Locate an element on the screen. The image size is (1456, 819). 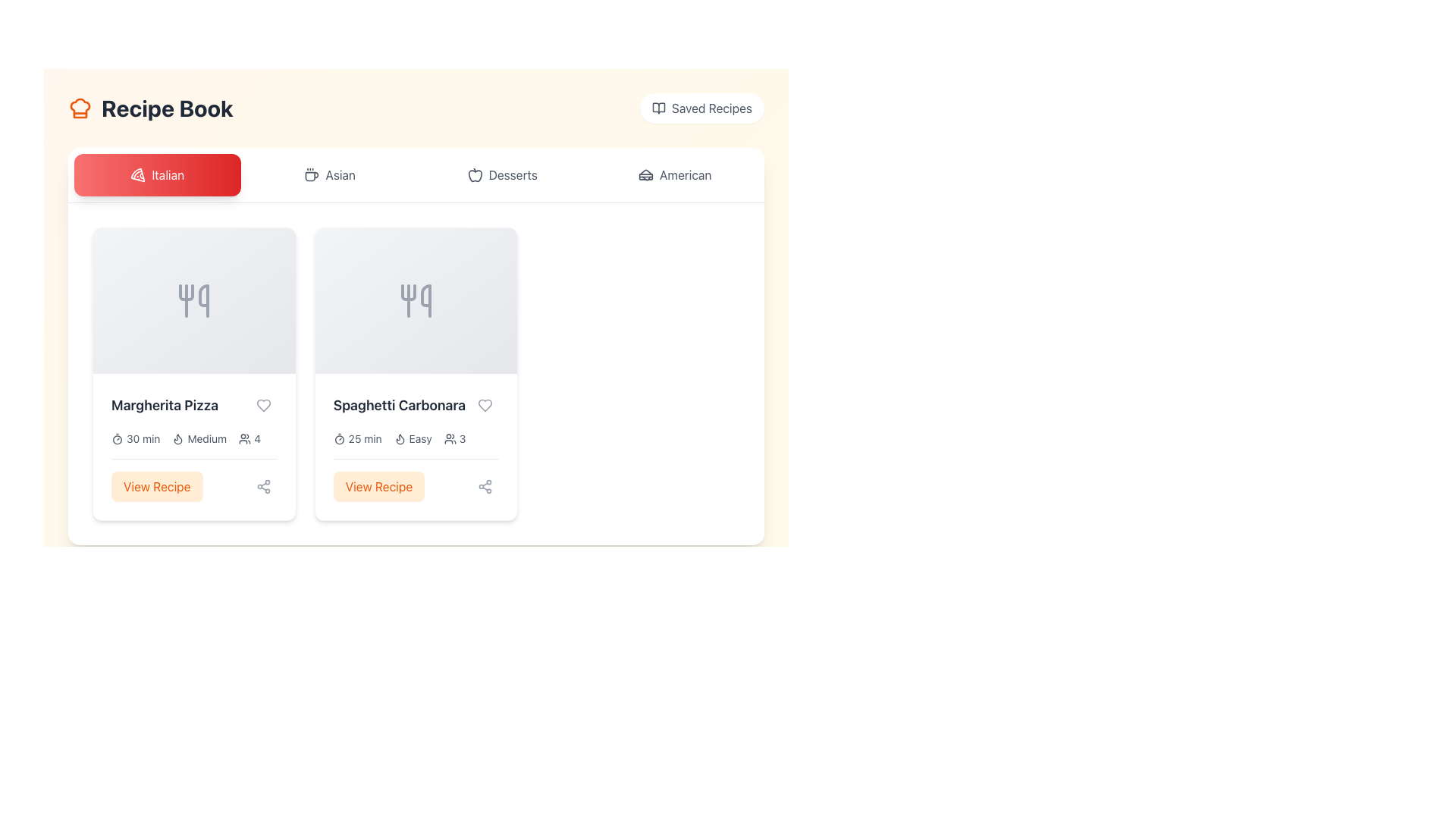
the icon that indicates the number of people associated with the 'Spaghetti Carbonara' recipe, located to the right of 'Easy' and left of the number '3' is located at coordinates (449, 438).